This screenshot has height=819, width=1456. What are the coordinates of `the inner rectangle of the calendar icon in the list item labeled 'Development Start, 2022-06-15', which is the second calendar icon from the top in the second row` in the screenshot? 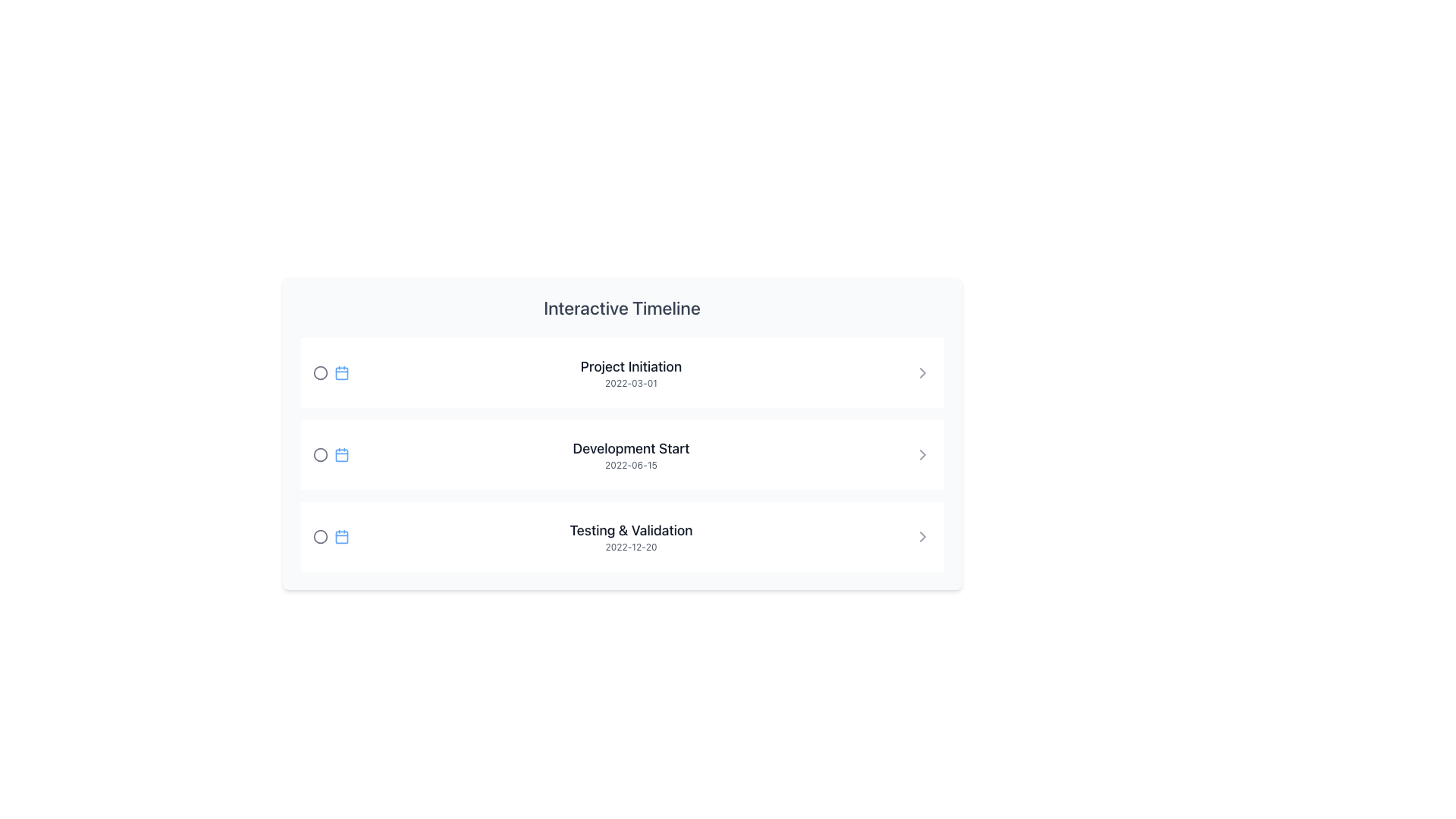 It's located at (340, 454).